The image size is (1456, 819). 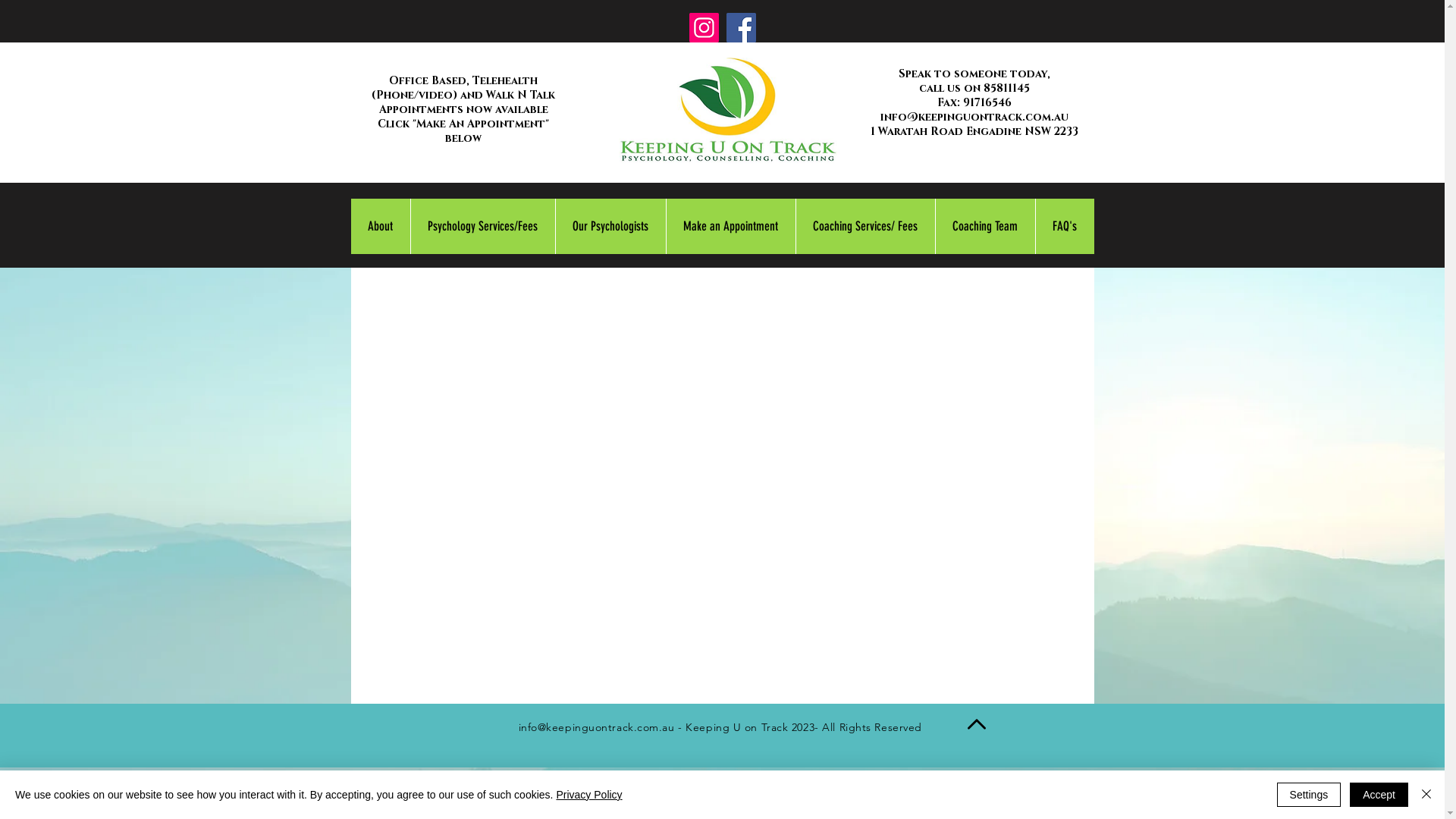 I want to click on 'Accept', so click(x=1379, y=794).